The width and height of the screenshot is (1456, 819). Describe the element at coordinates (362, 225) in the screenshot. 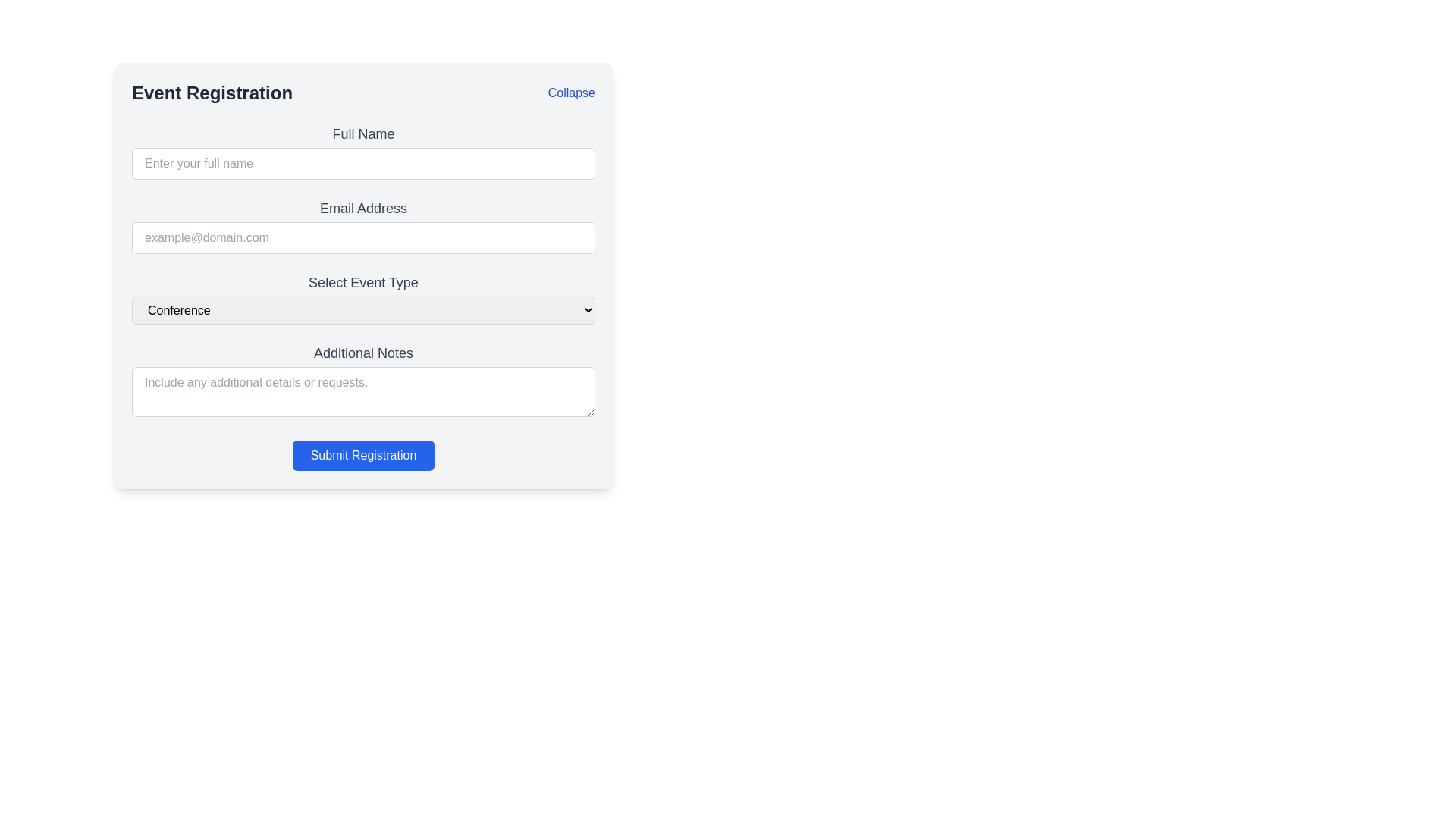

I see `the email address input field located within the 'Event Registration' section, which is the second input field below 'Full Name' and above 'Select Event Type'` at that location.